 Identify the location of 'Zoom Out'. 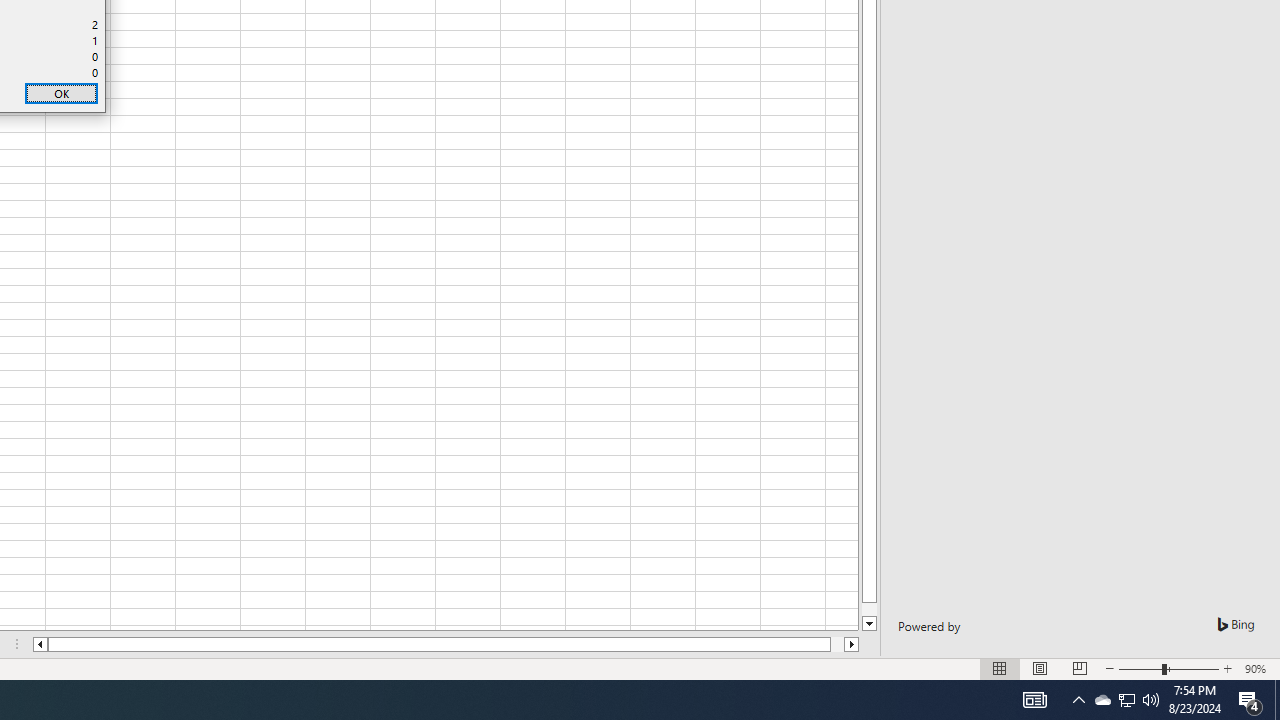
(1140, 669).